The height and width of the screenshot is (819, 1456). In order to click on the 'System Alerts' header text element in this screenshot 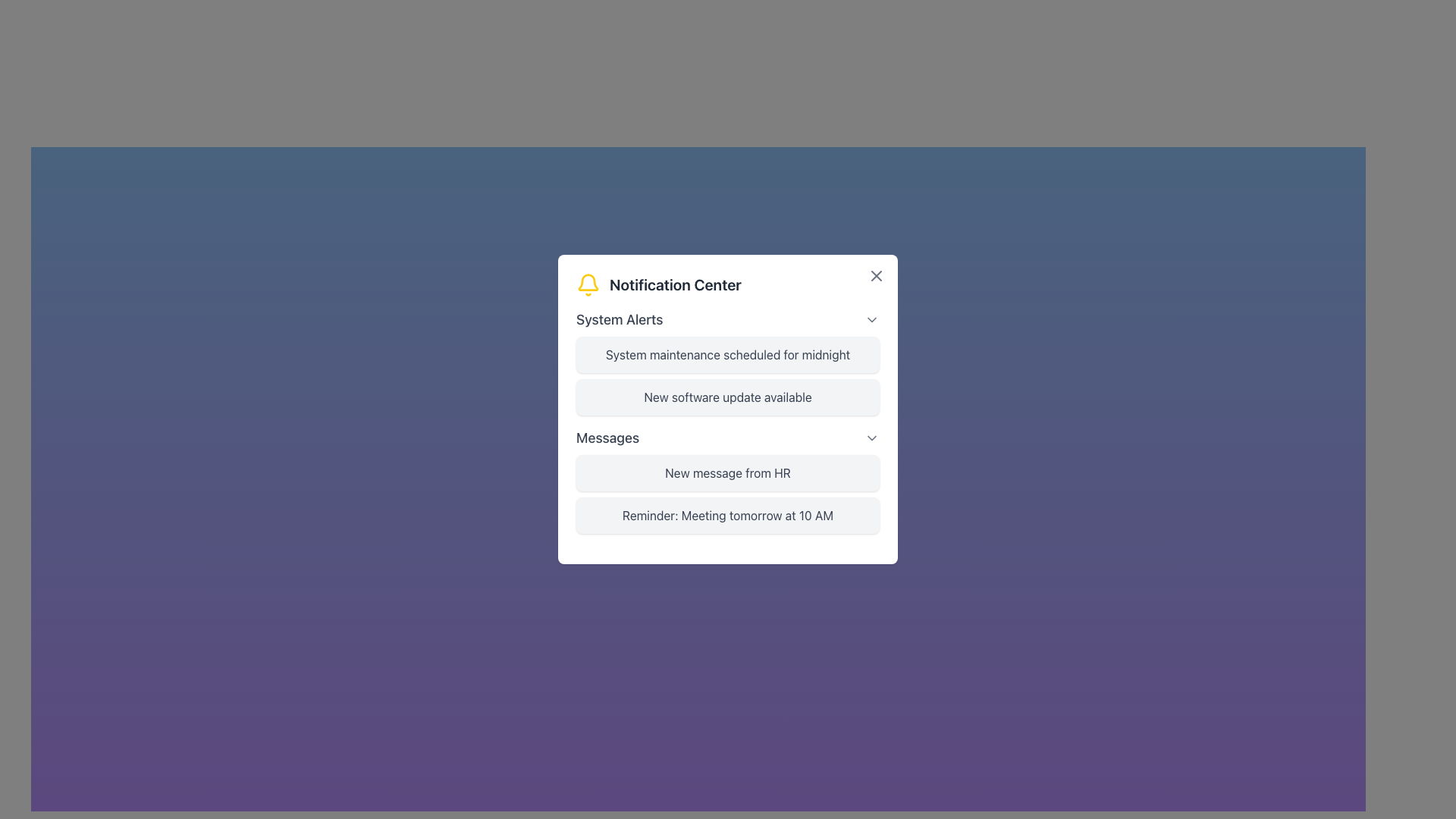, I will do `click(620, 318)`.